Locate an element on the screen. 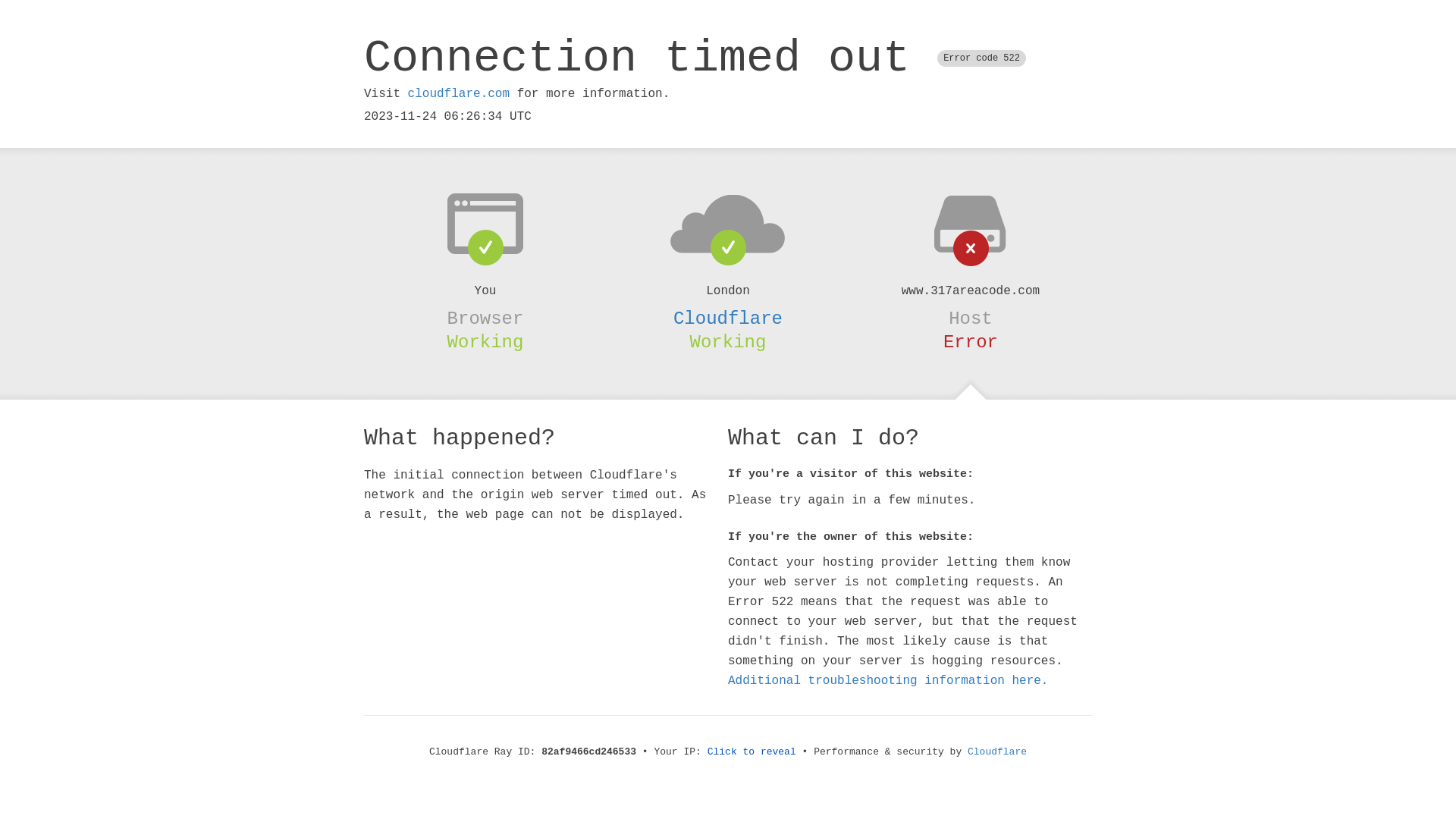 This screenshot has width=1456, height=819. 'Additional troubleshooting information here.' is located at coordinates (888, 680).